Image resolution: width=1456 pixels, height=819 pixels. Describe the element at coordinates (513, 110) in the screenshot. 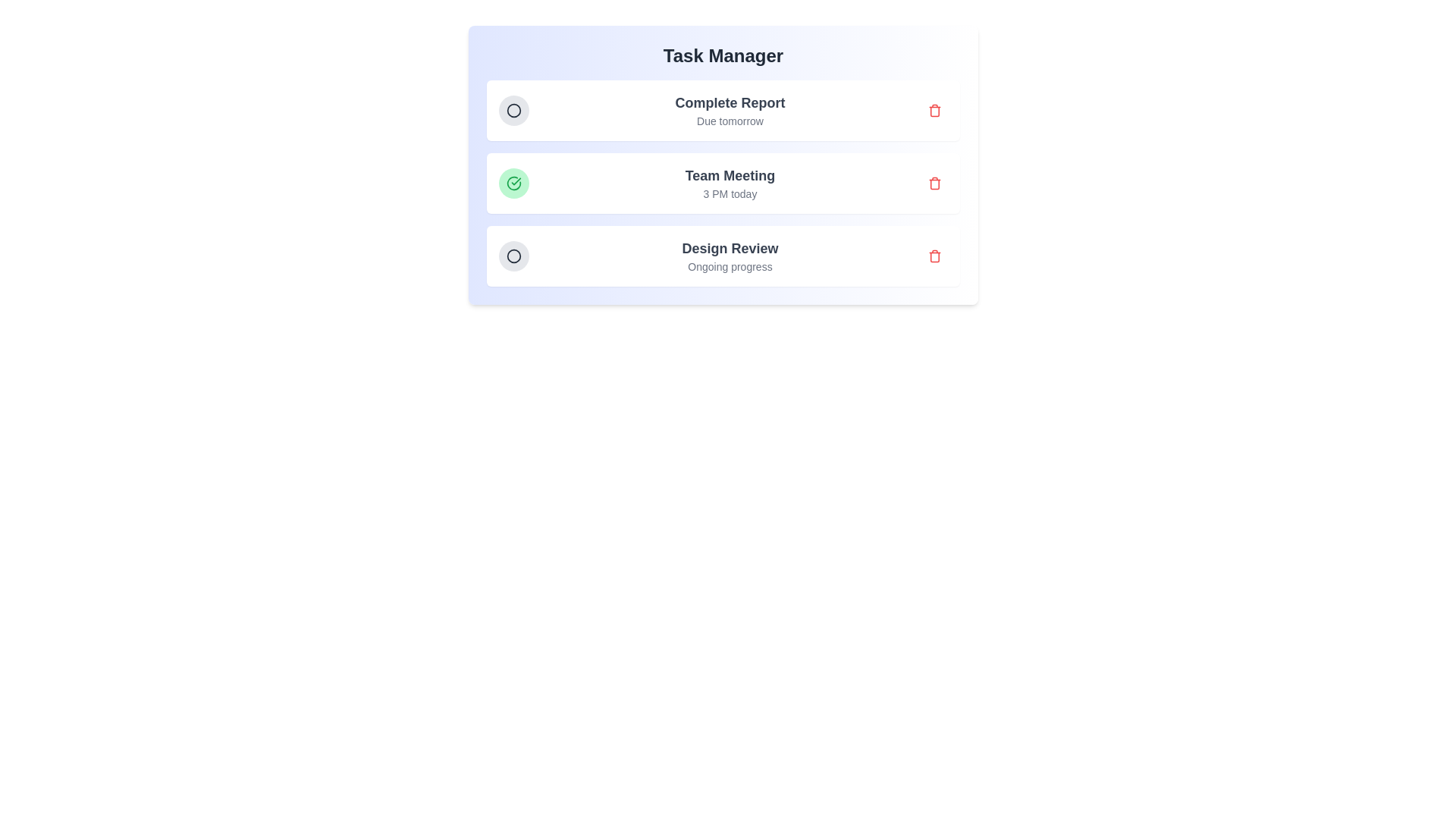

I see `the graphical icon (circle with no fill) located in the first row of the task list, aligned with the task titled 'Complete Report', to interact with it` at that location.